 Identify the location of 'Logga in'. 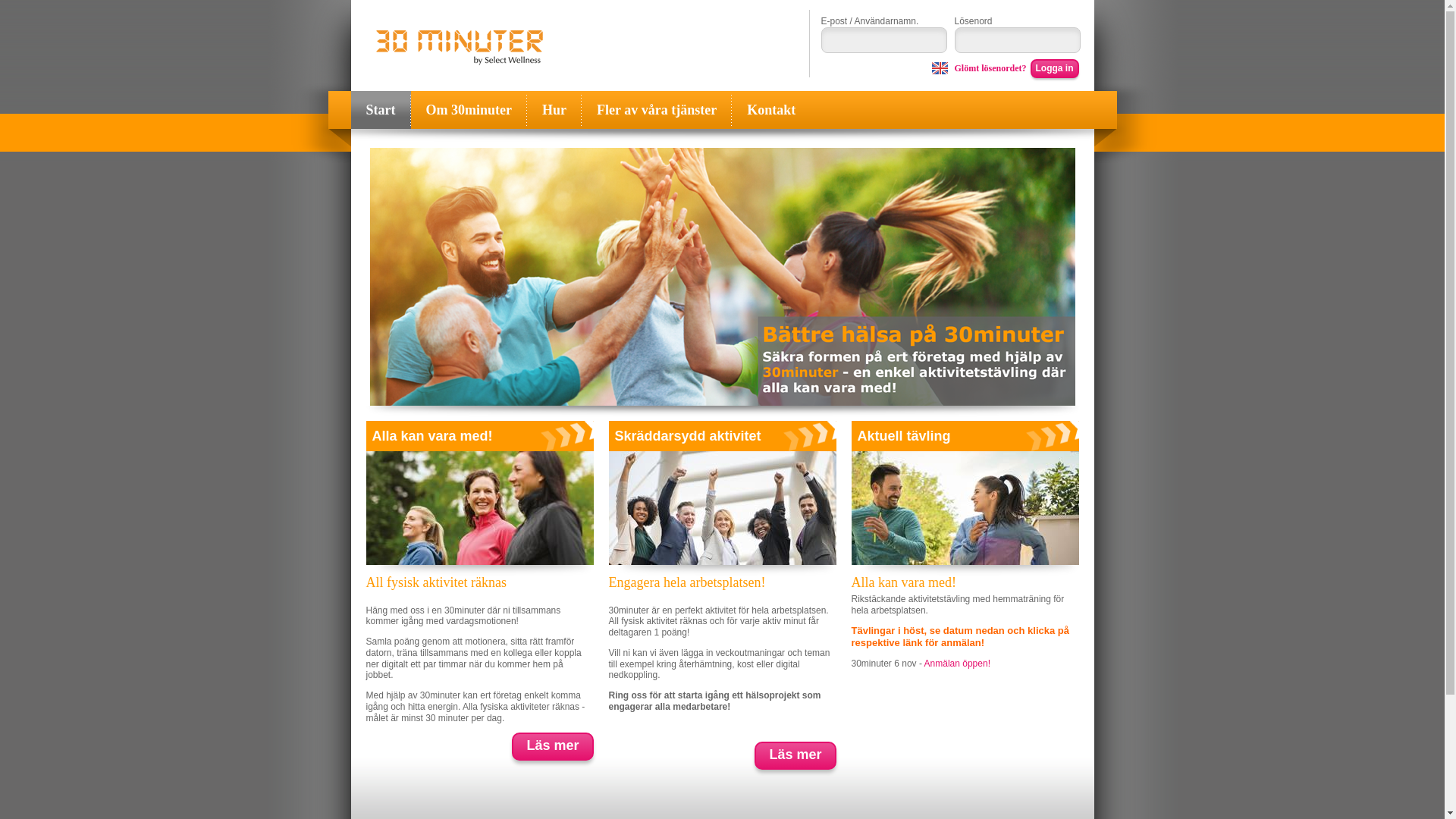
(1053, 68).